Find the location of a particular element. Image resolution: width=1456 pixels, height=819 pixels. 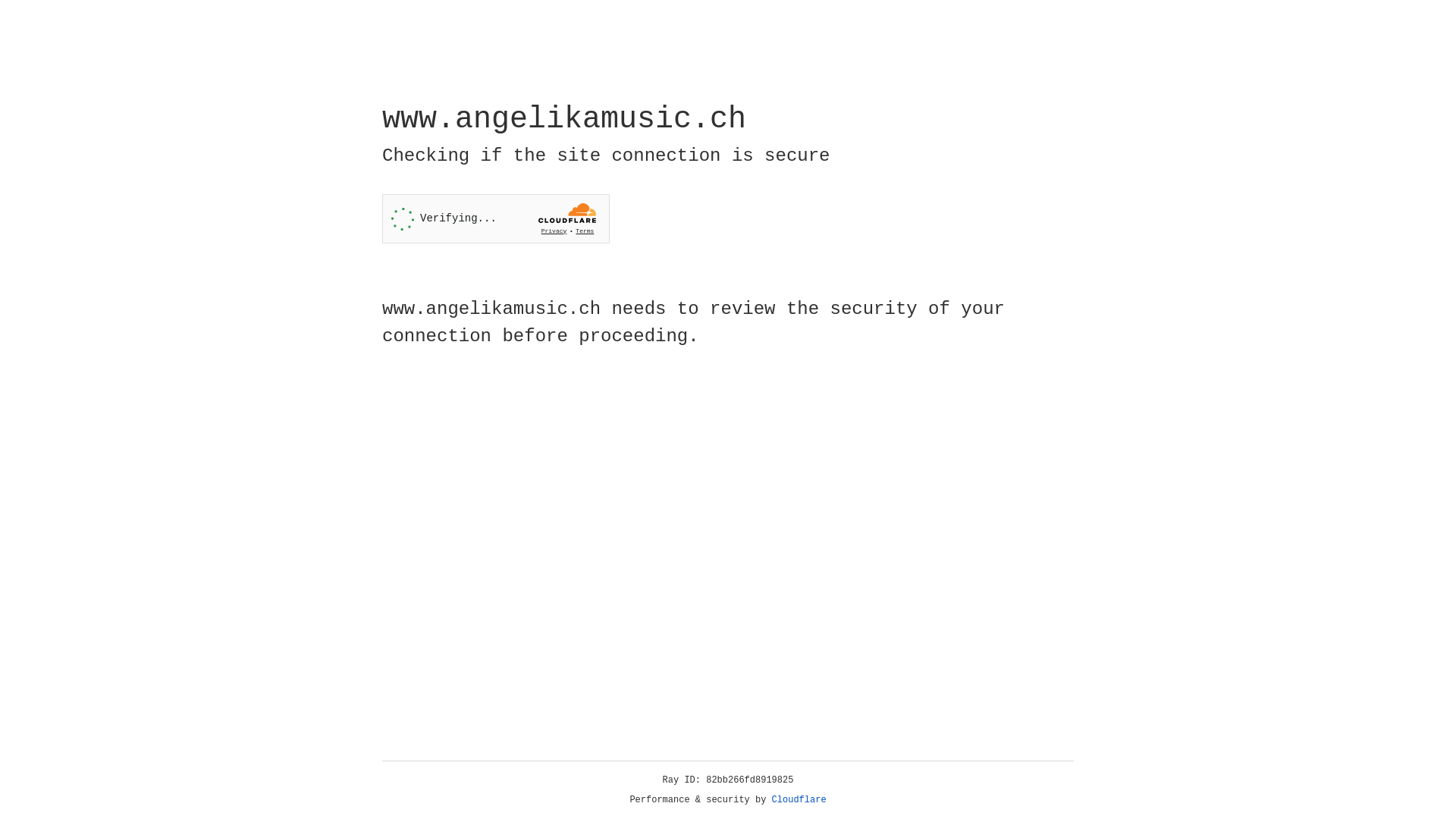

'Cloudflare' is located at coordinates (799, 799).